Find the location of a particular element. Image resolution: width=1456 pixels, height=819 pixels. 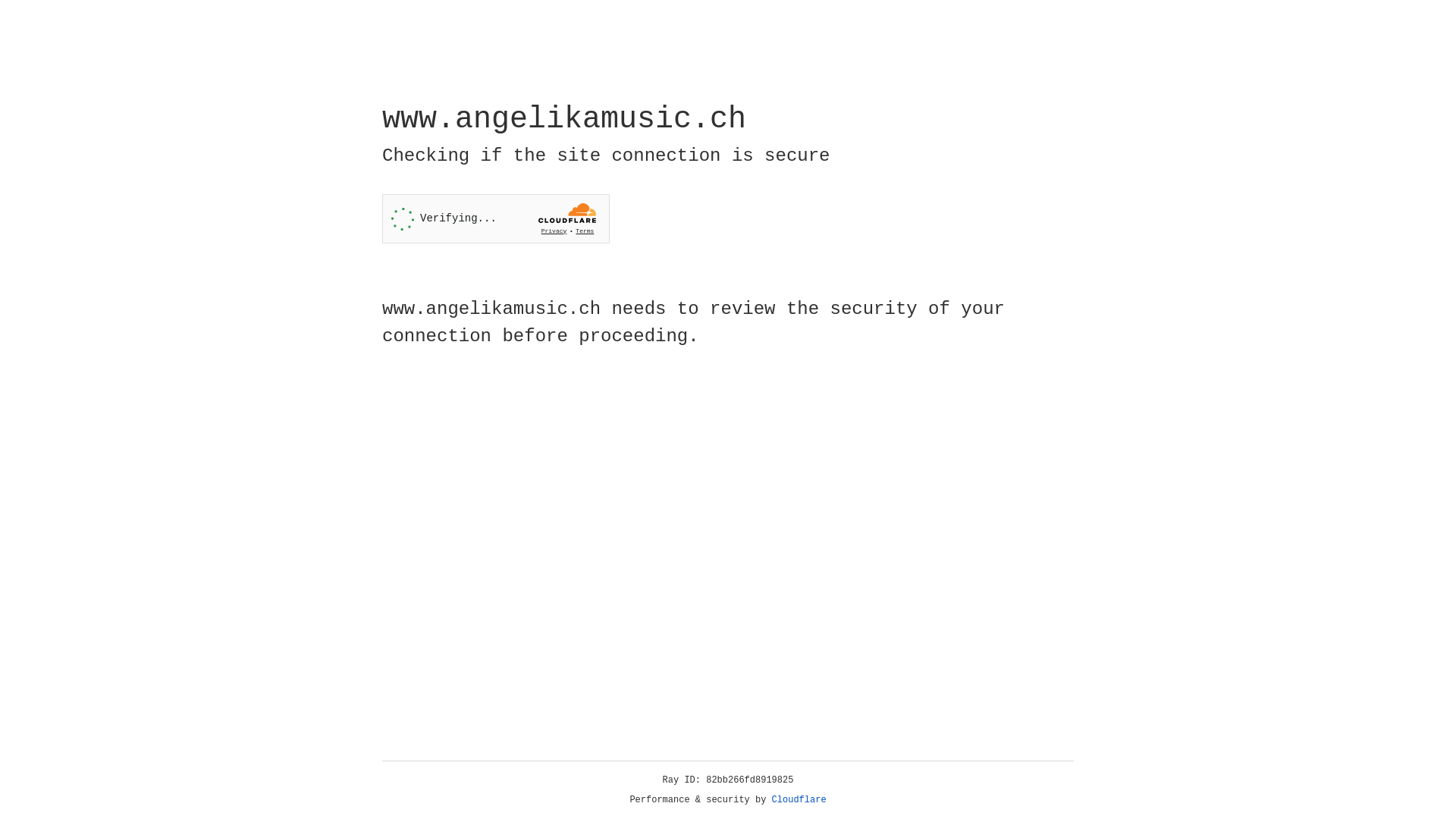

'Cloudflare' is located at coordinates (799, 799).